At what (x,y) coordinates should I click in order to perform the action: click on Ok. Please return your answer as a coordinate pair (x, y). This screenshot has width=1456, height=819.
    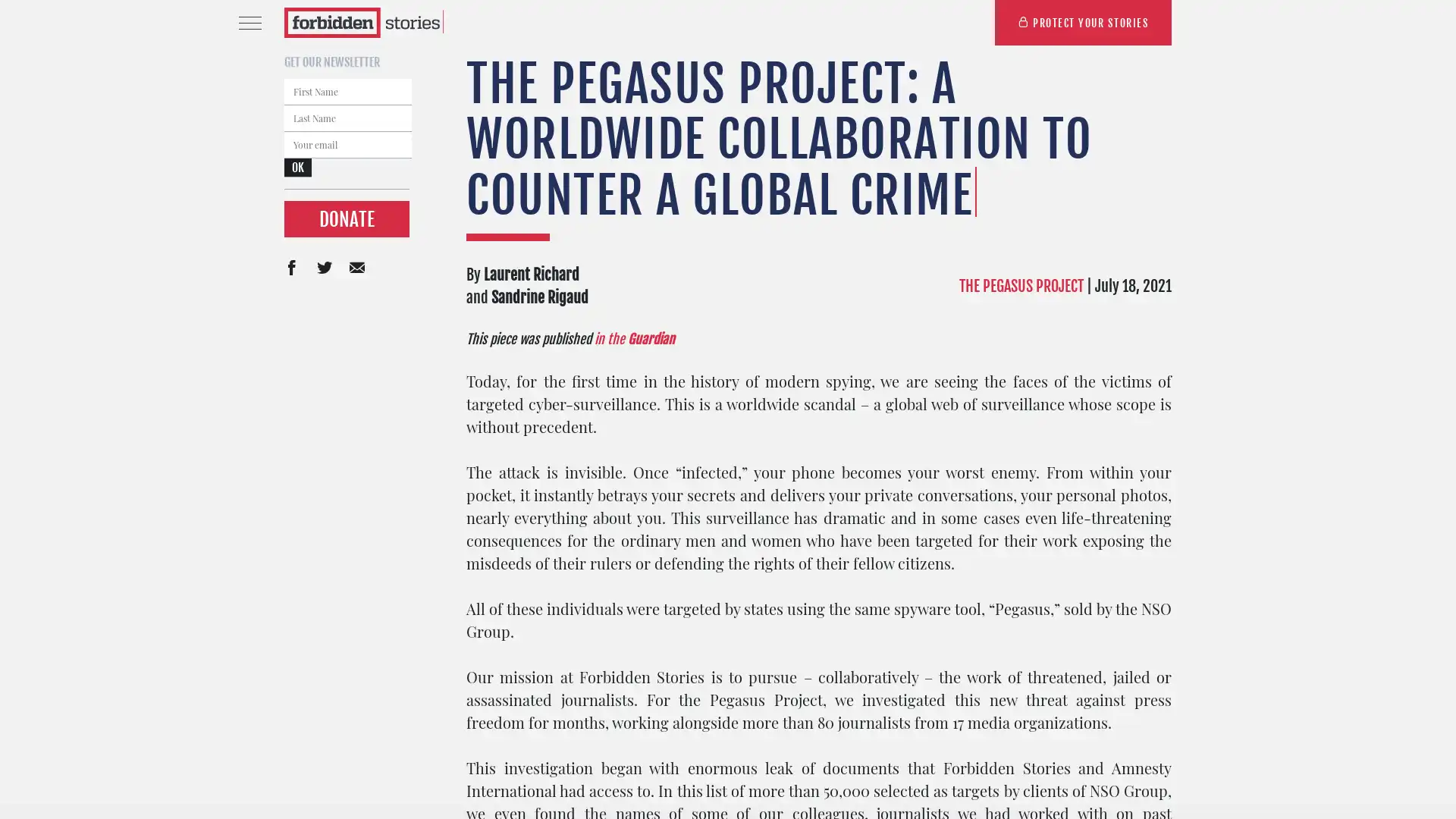
    Looking at the image, I should click on (964, 548).